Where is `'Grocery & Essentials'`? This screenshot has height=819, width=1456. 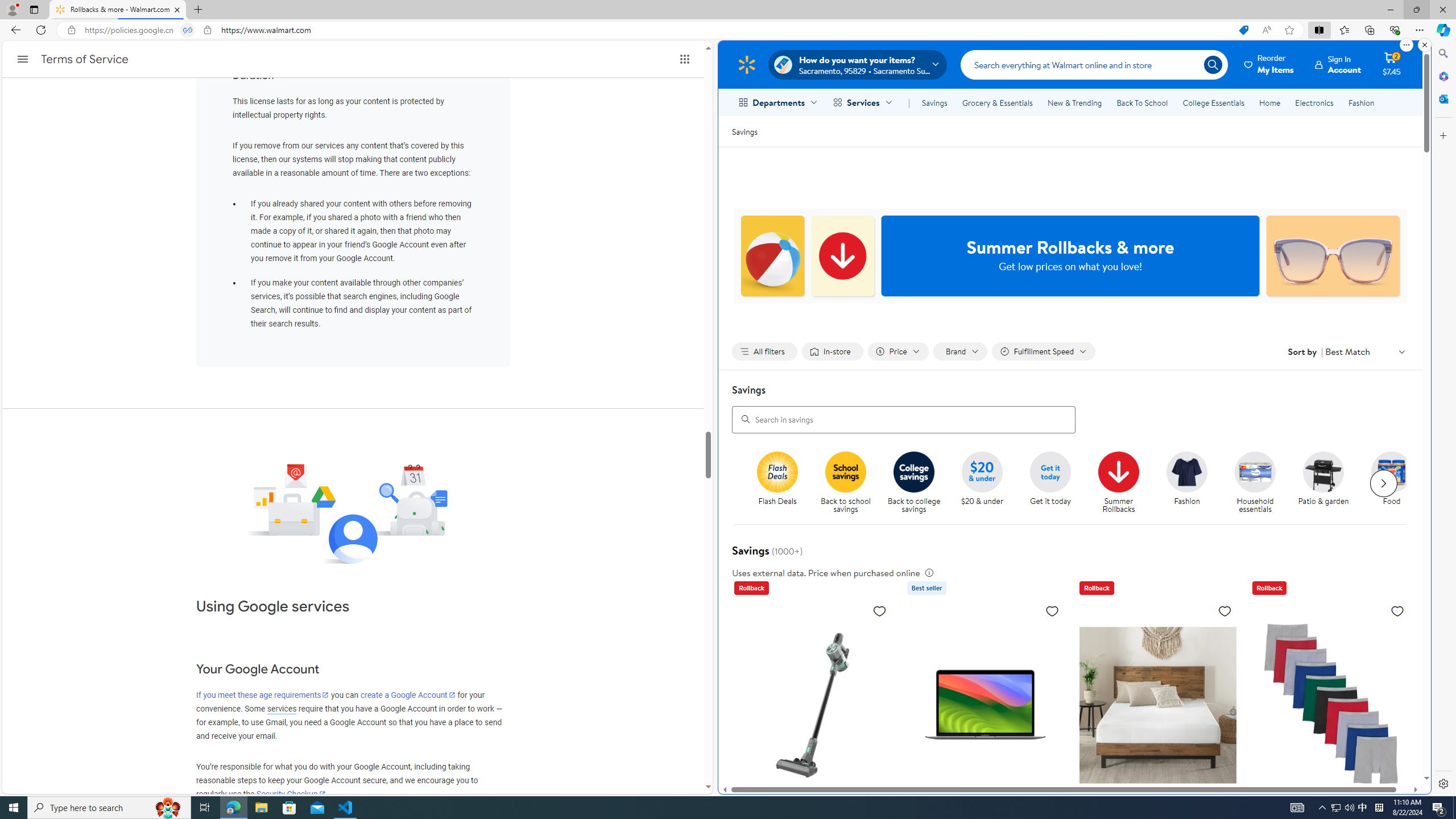 'Grocery & Essentials' is located at coordinates (996, 102).